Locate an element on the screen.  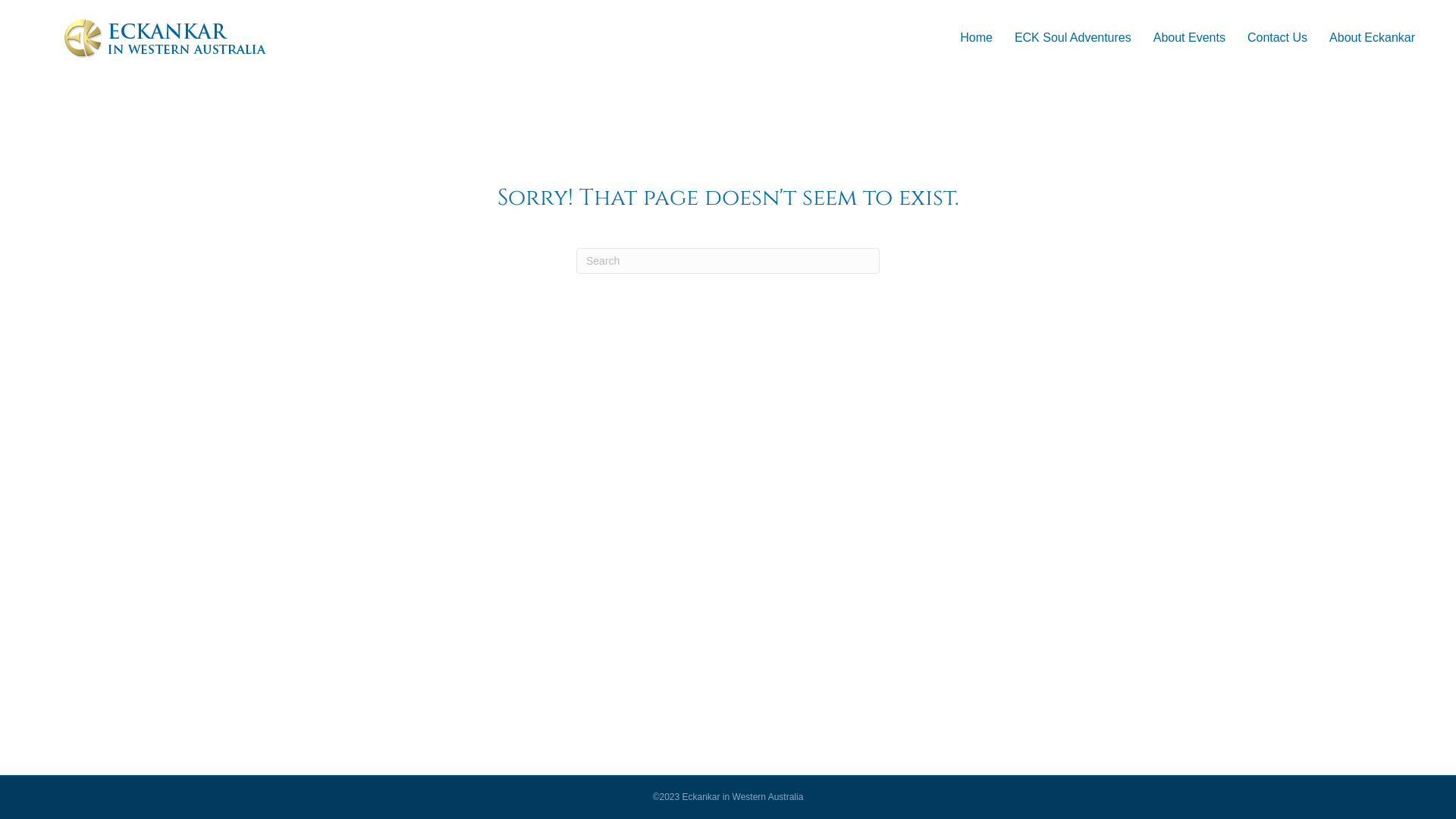
'Contact Us' is located at coordinates (1276, 36).